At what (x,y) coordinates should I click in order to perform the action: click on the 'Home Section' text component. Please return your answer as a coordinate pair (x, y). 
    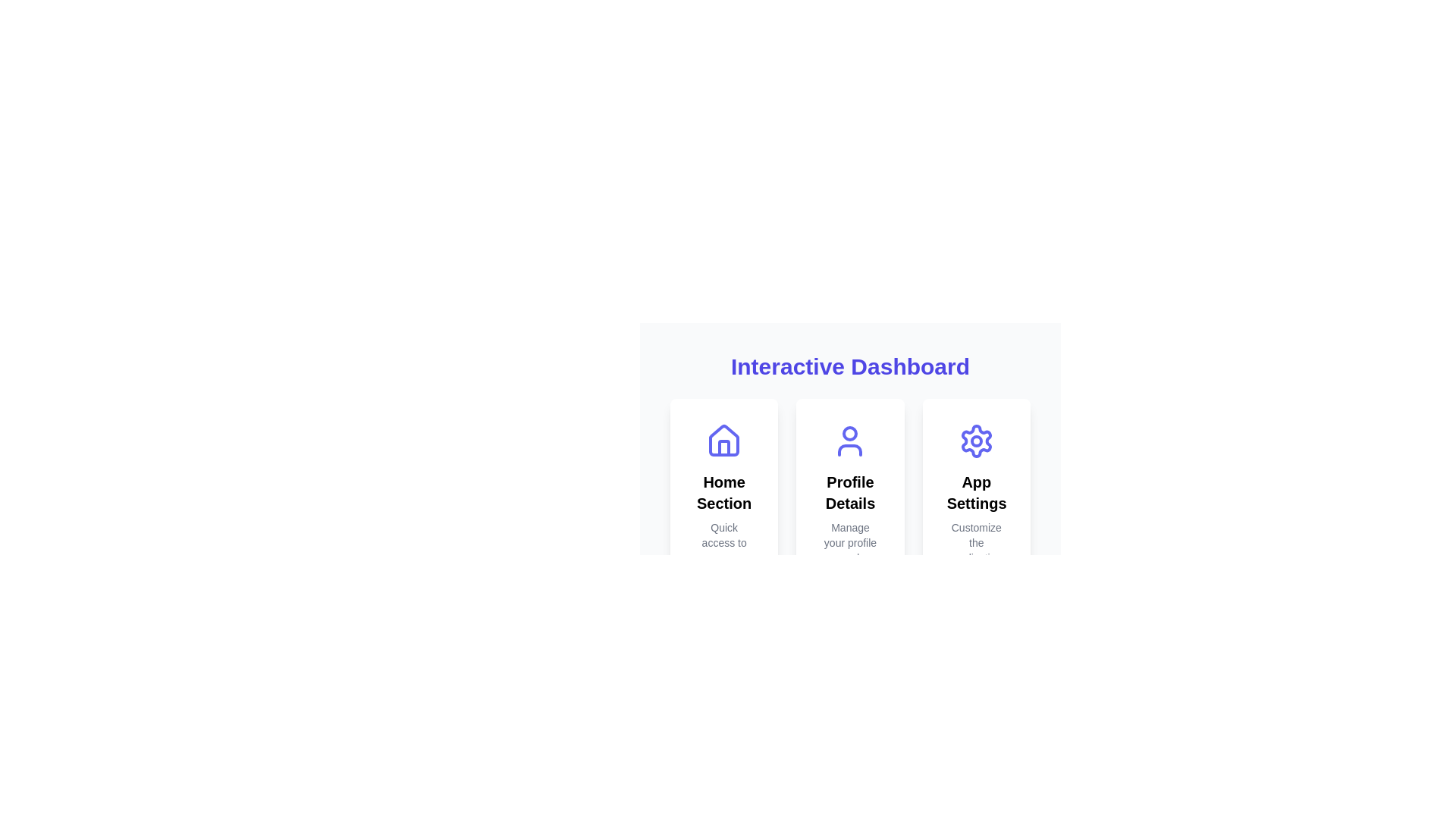
    Looking at the image, I should click on (723, 493).